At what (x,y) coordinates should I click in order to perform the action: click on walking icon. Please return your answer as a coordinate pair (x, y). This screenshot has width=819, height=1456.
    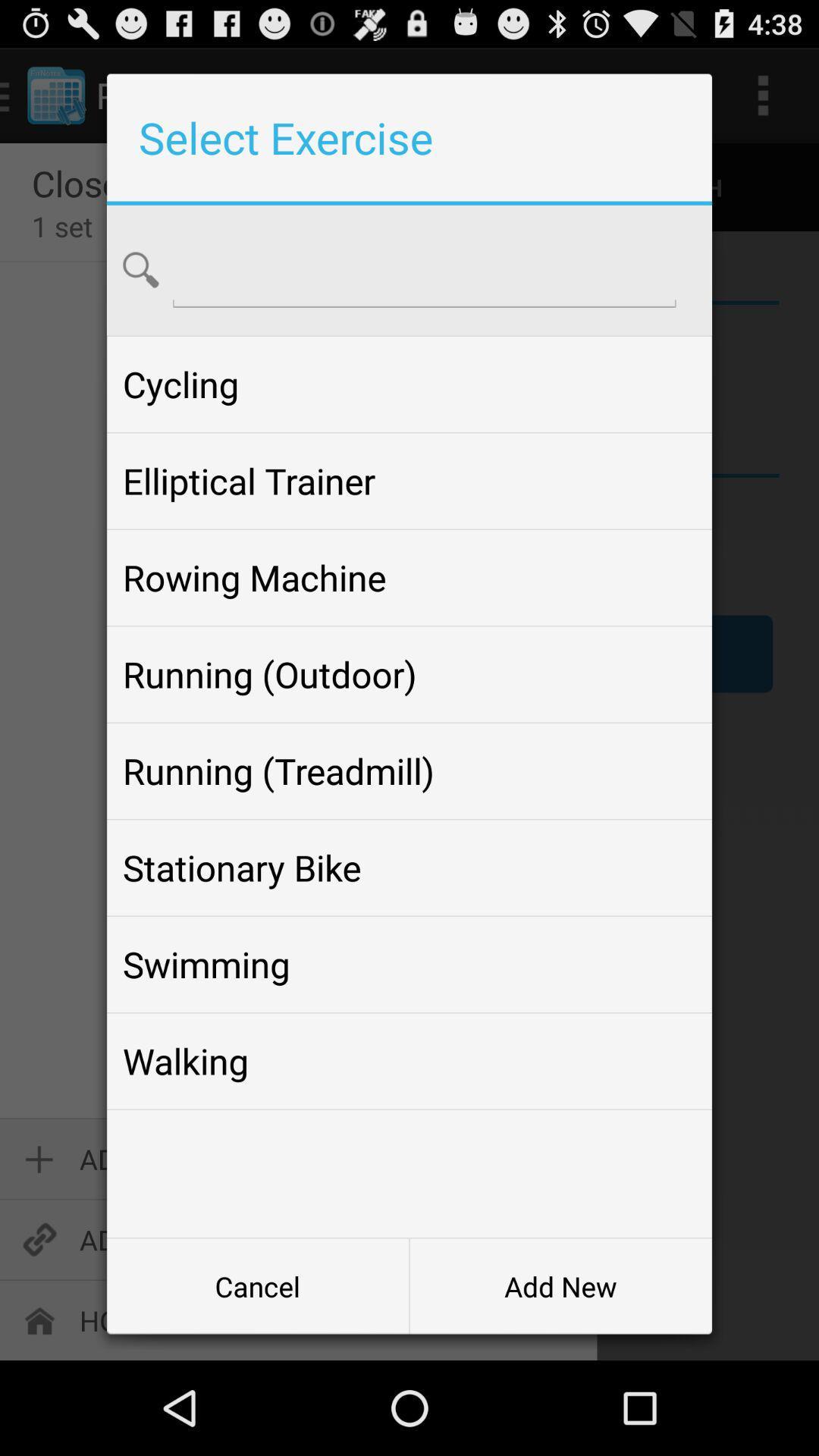
    Looking at the image, I should click on (409, 1060).